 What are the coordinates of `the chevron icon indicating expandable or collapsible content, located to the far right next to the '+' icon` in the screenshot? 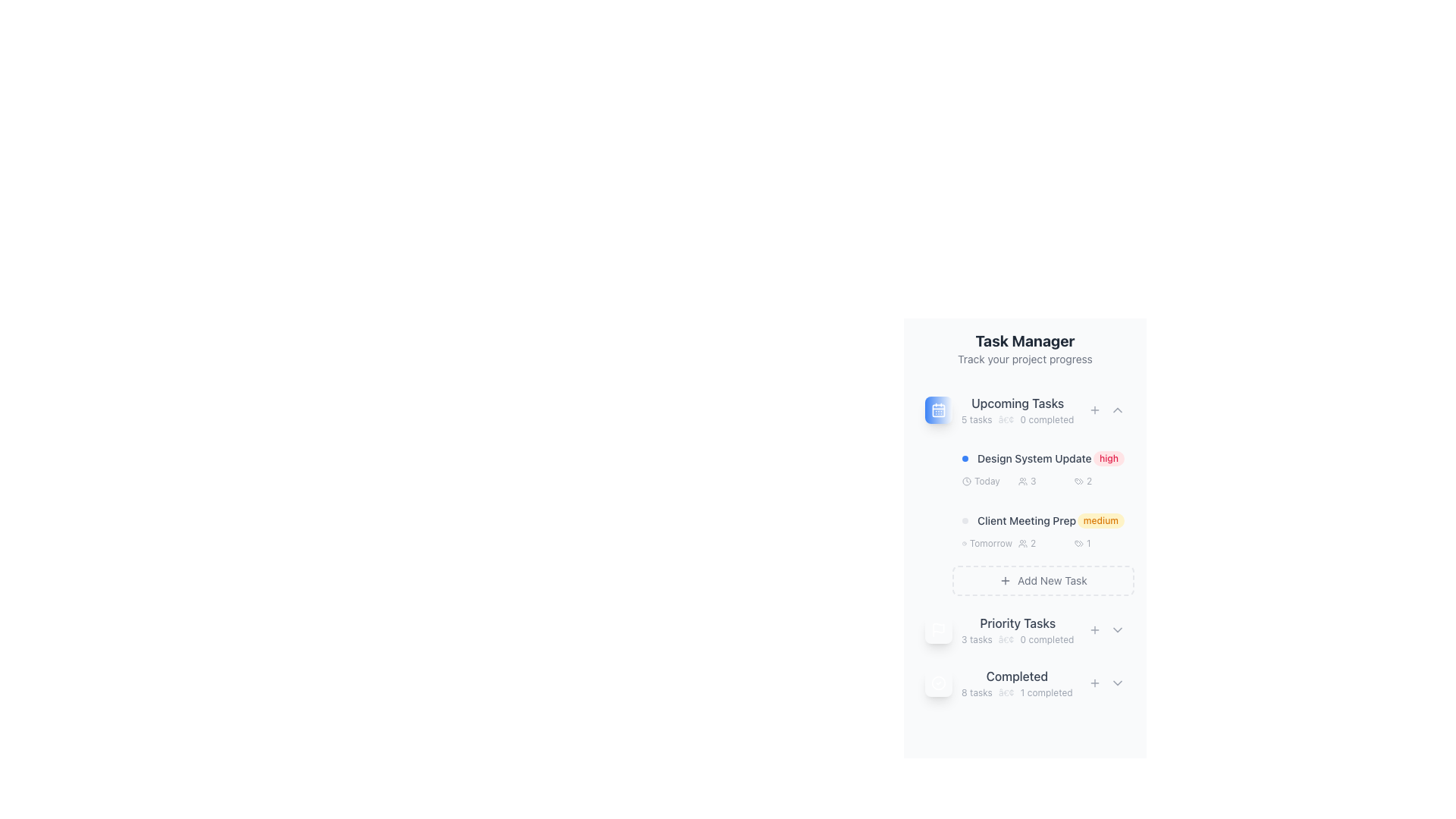 It's located at (1117, 409).